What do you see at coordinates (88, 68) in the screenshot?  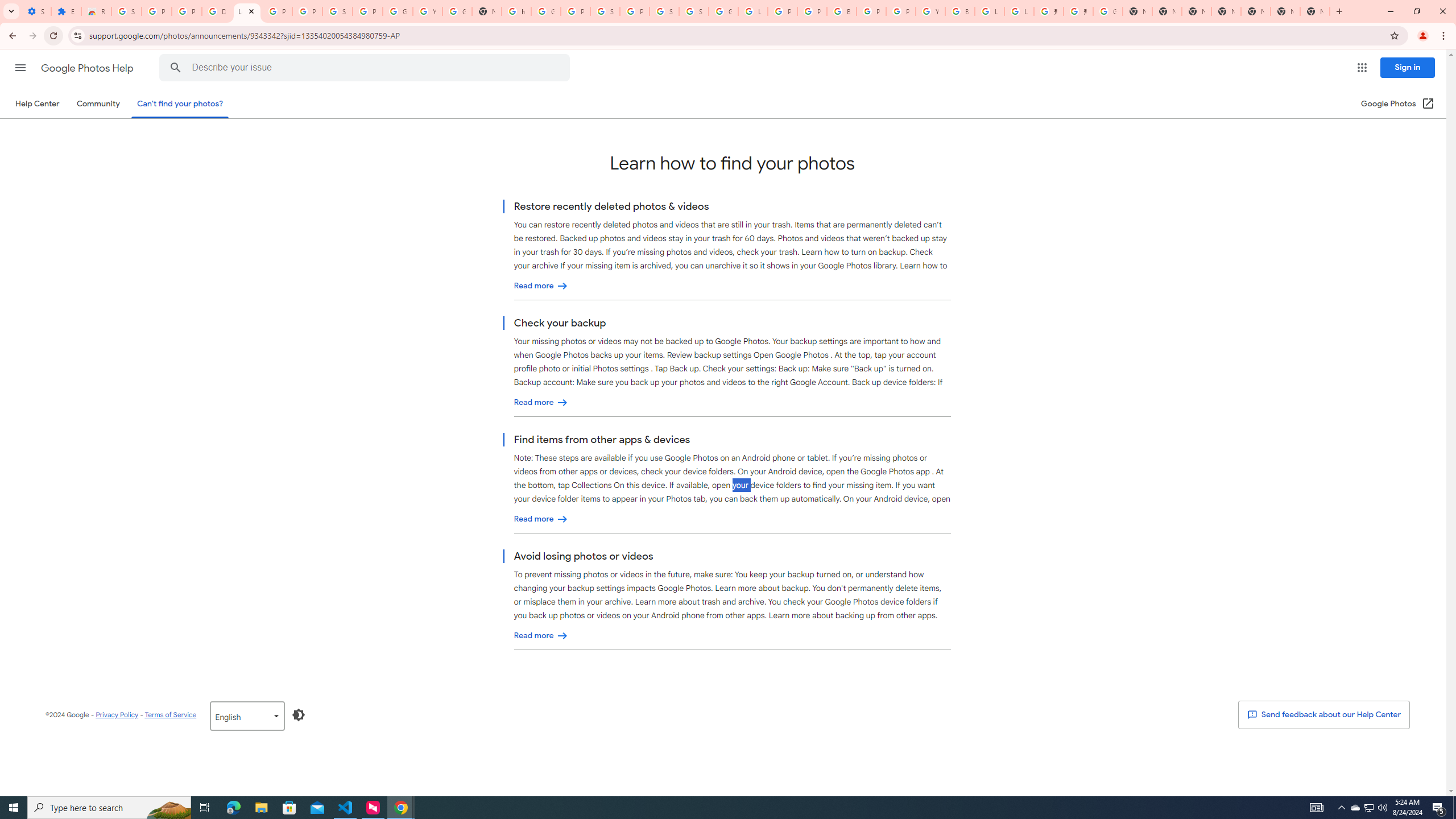 I see `'Google Photos Help'` at bounding box center [88, 68].